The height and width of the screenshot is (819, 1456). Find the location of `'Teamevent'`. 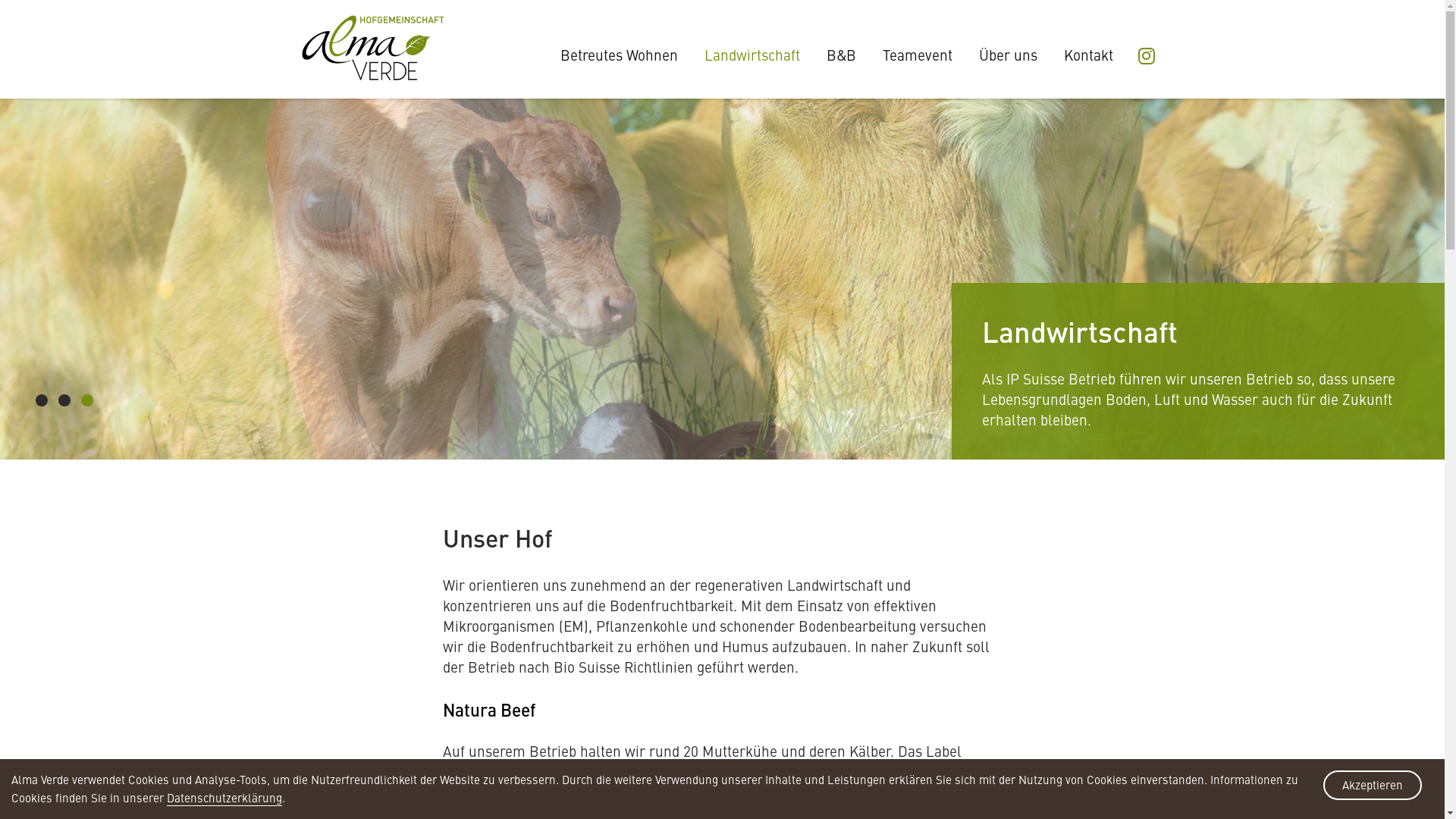

'Teamevent' is located at coordinates (916, 54).